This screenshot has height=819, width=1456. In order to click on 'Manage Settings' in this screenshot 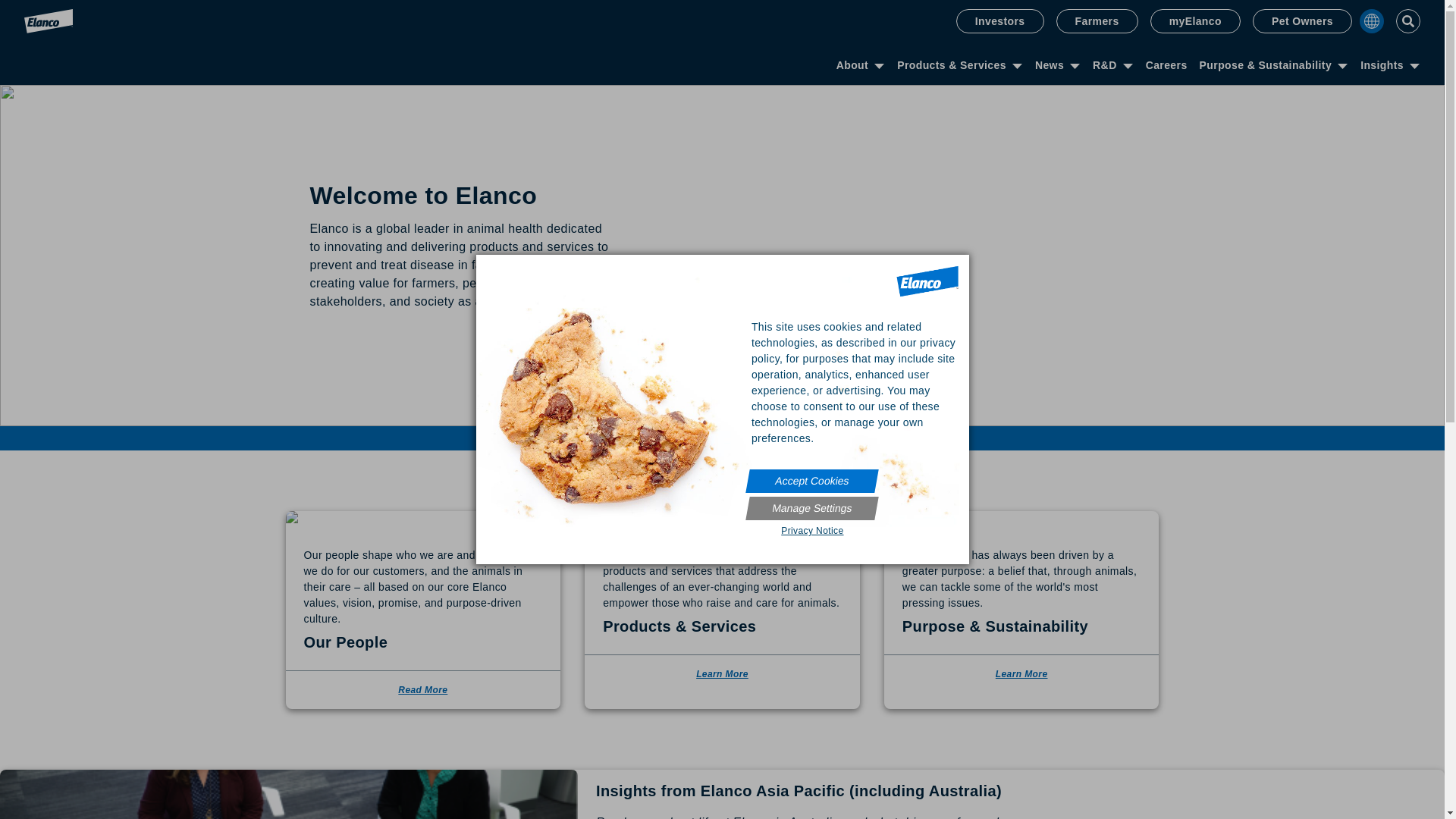, I will do `click(810, 508)`.